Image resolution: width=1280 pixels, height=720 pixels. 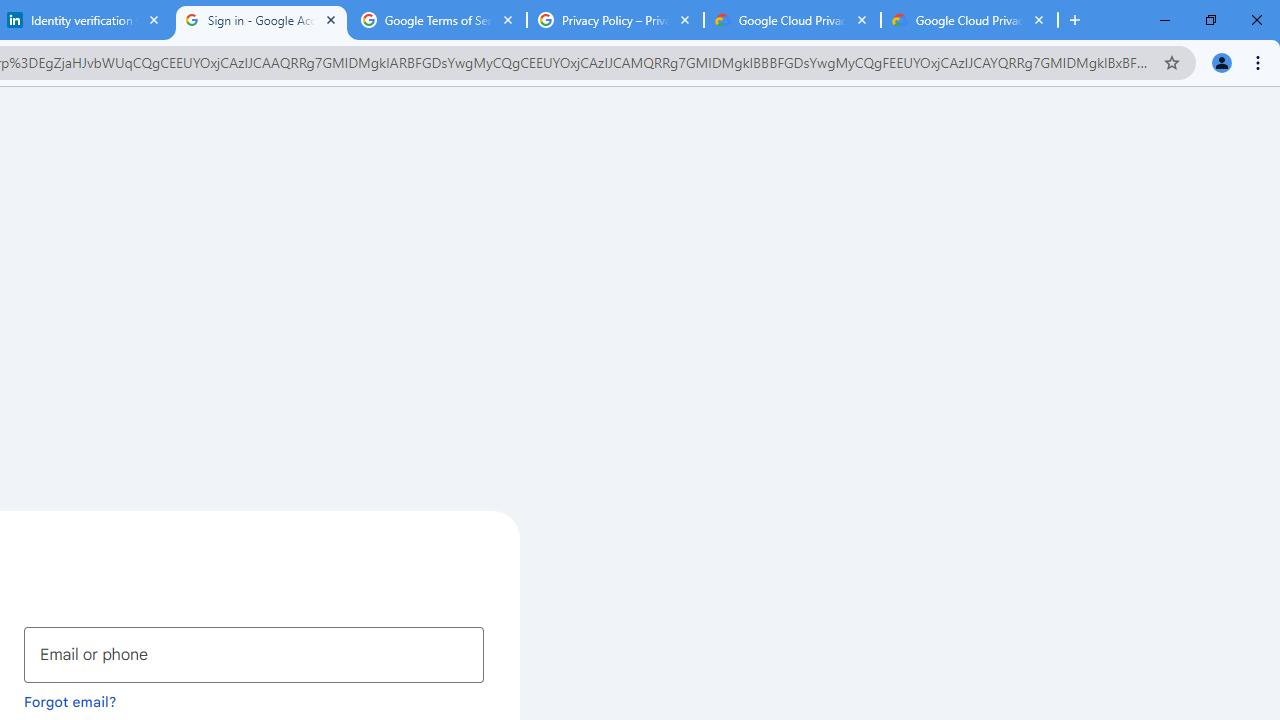 I want to click on 'Google Cloud Privacy Notice', so click(x=969, y=20).